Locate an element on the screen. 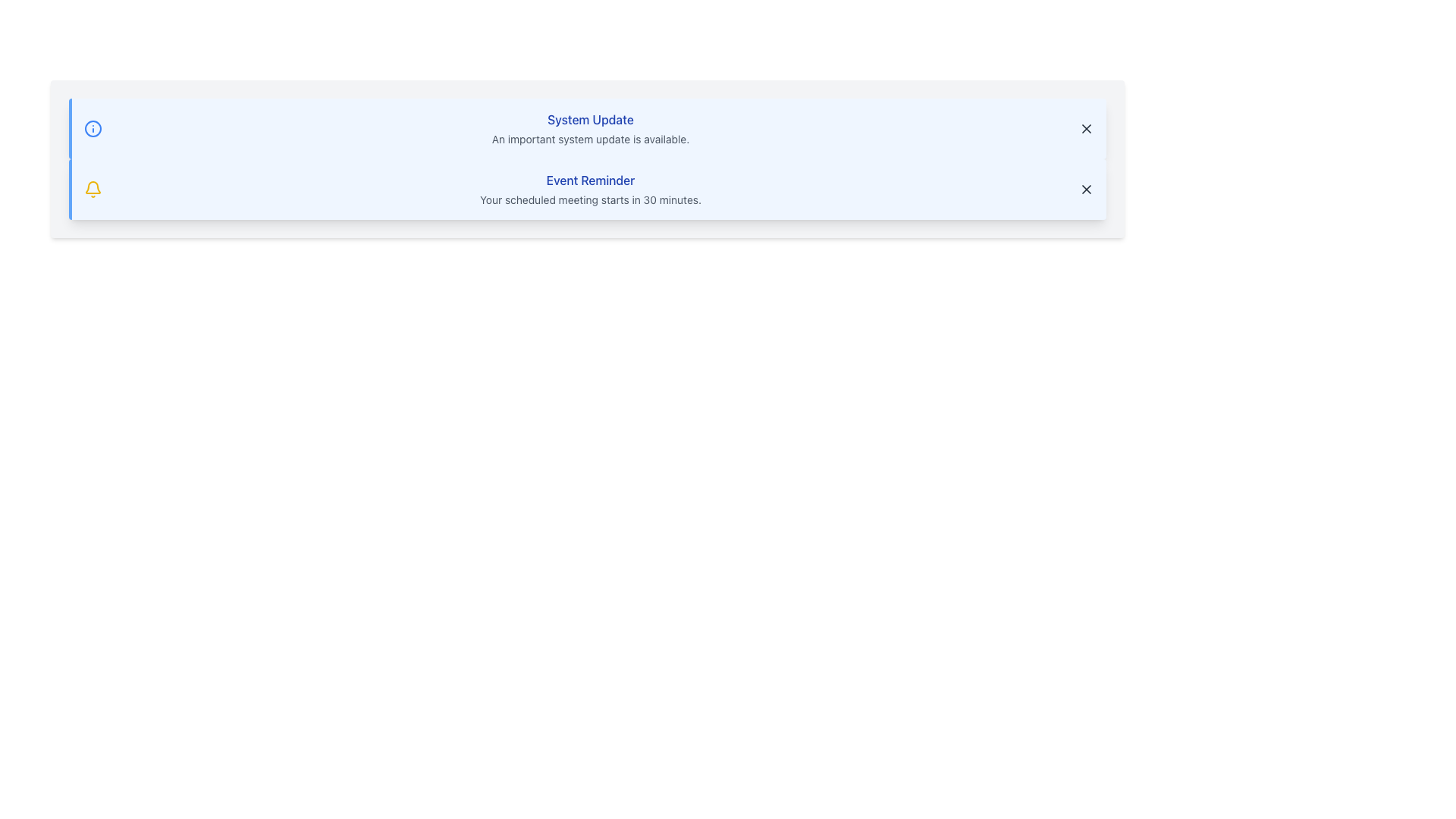  the Close Button icon, which is a diagonal cross mark in a 24x24 square located in the top-right corner of the notification bar is located at coordinates (1086, 189).